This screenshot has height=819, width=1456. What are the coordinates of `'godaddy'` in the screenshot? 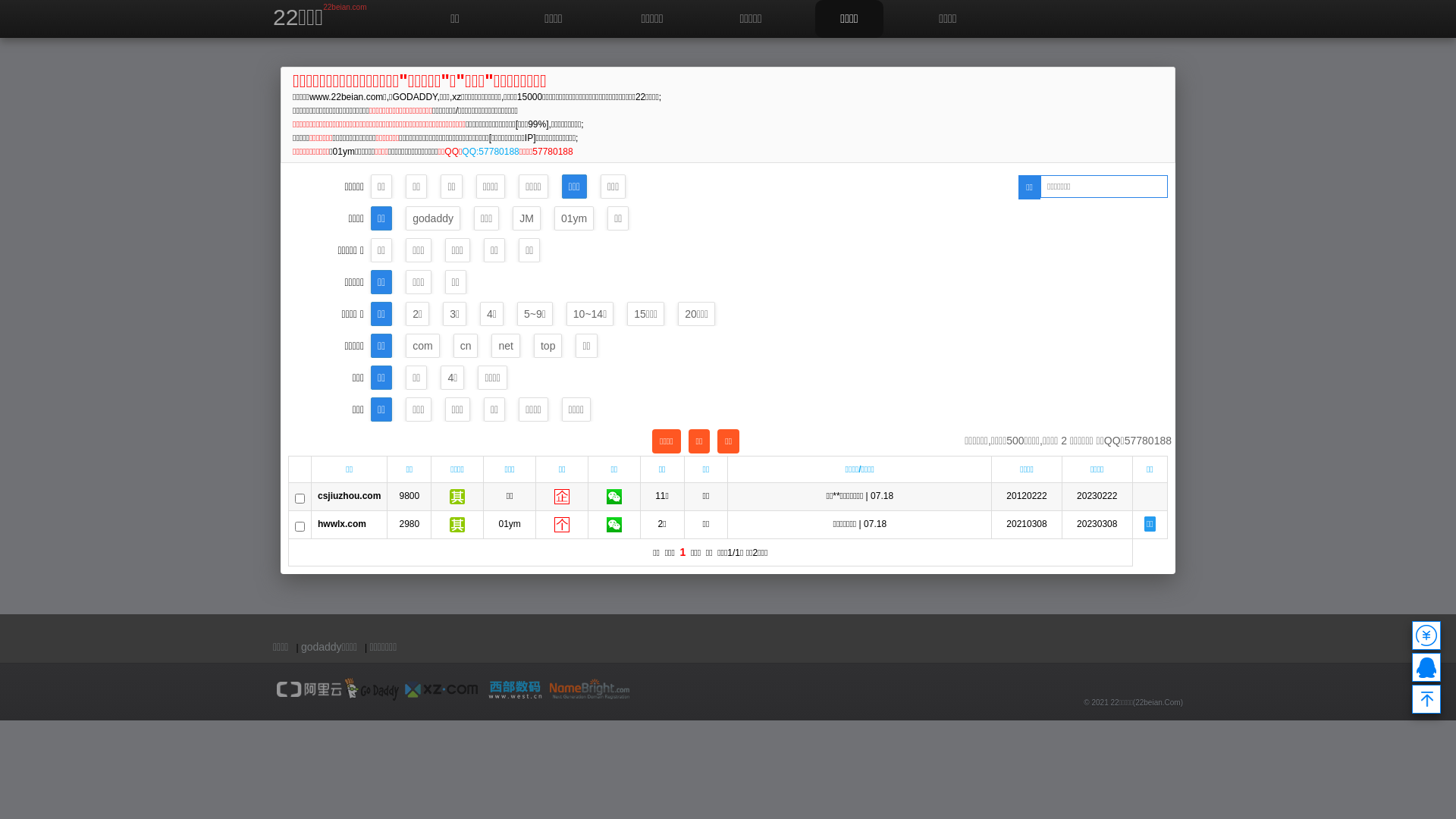 It's located at (406, 218).